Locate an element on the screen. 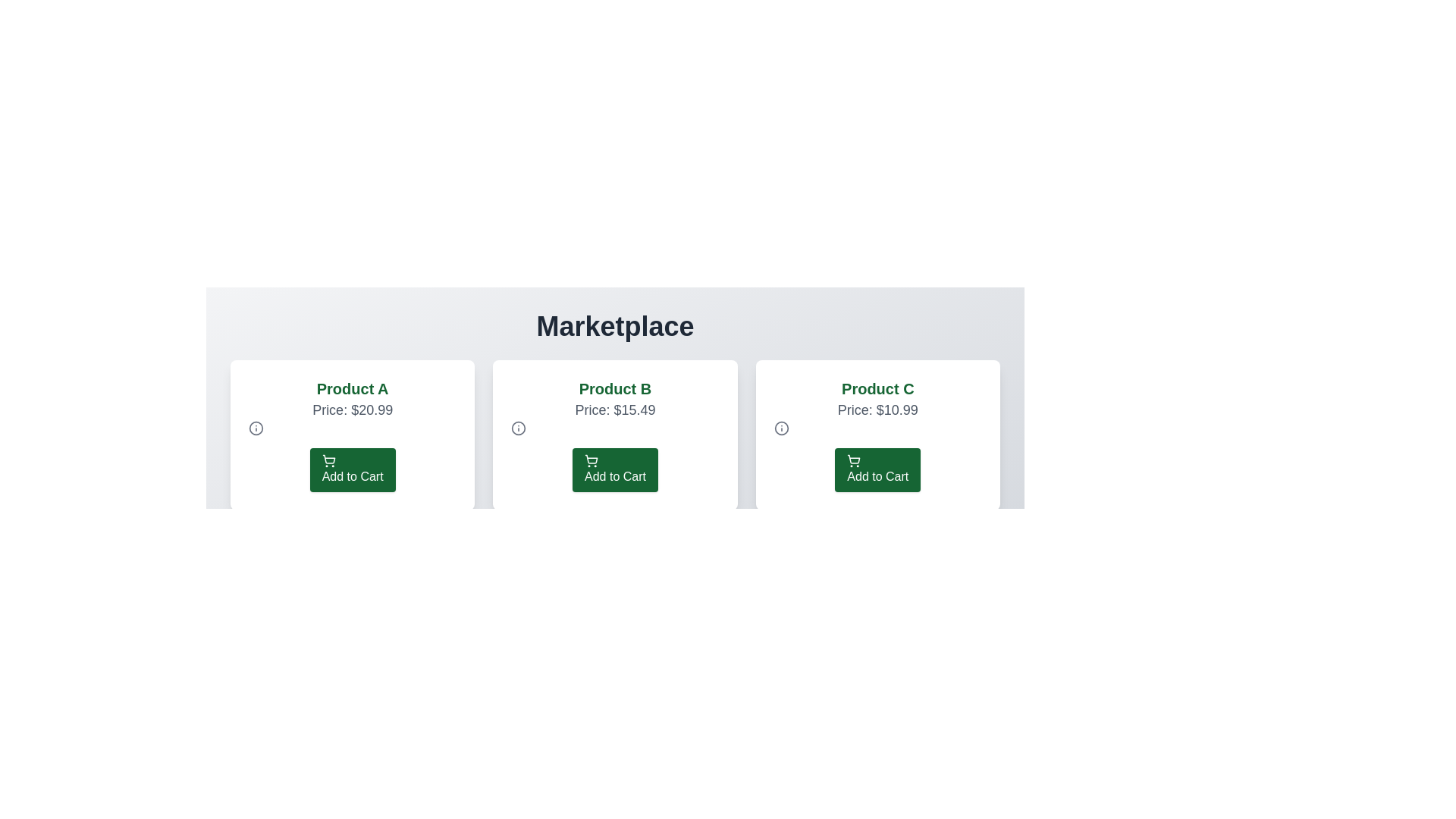 The width and height of the screenshot is (1456, 819). the Vector icon that represents the action to add an item to the shopping cart, located to the left of the 'Add to Cart' text inside a green button below 'Product A' is located at coordinates (328, 460).